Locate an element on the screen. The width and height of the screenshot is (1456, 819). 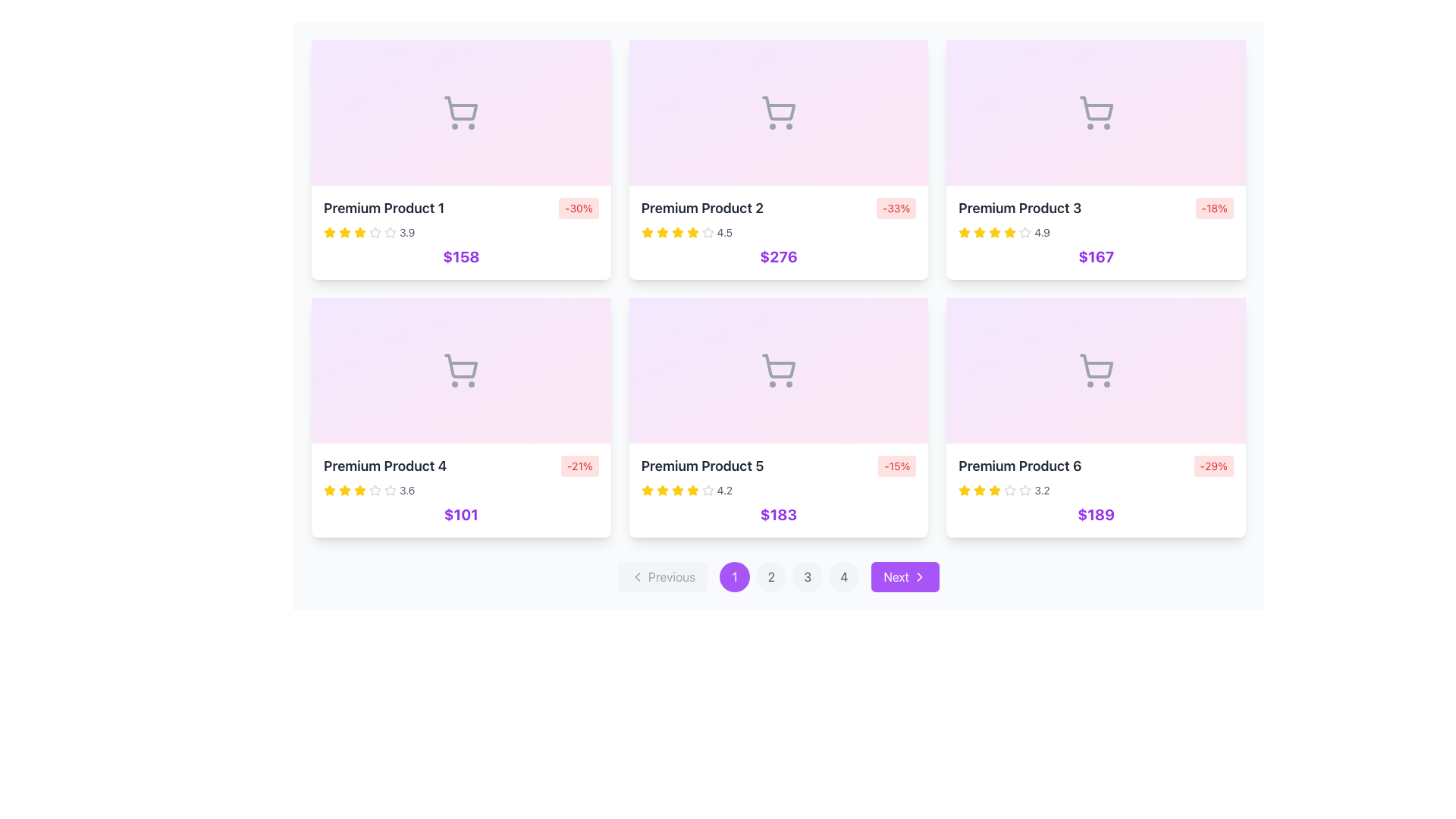
the fourth star icon is located at coordinates (359, 233).